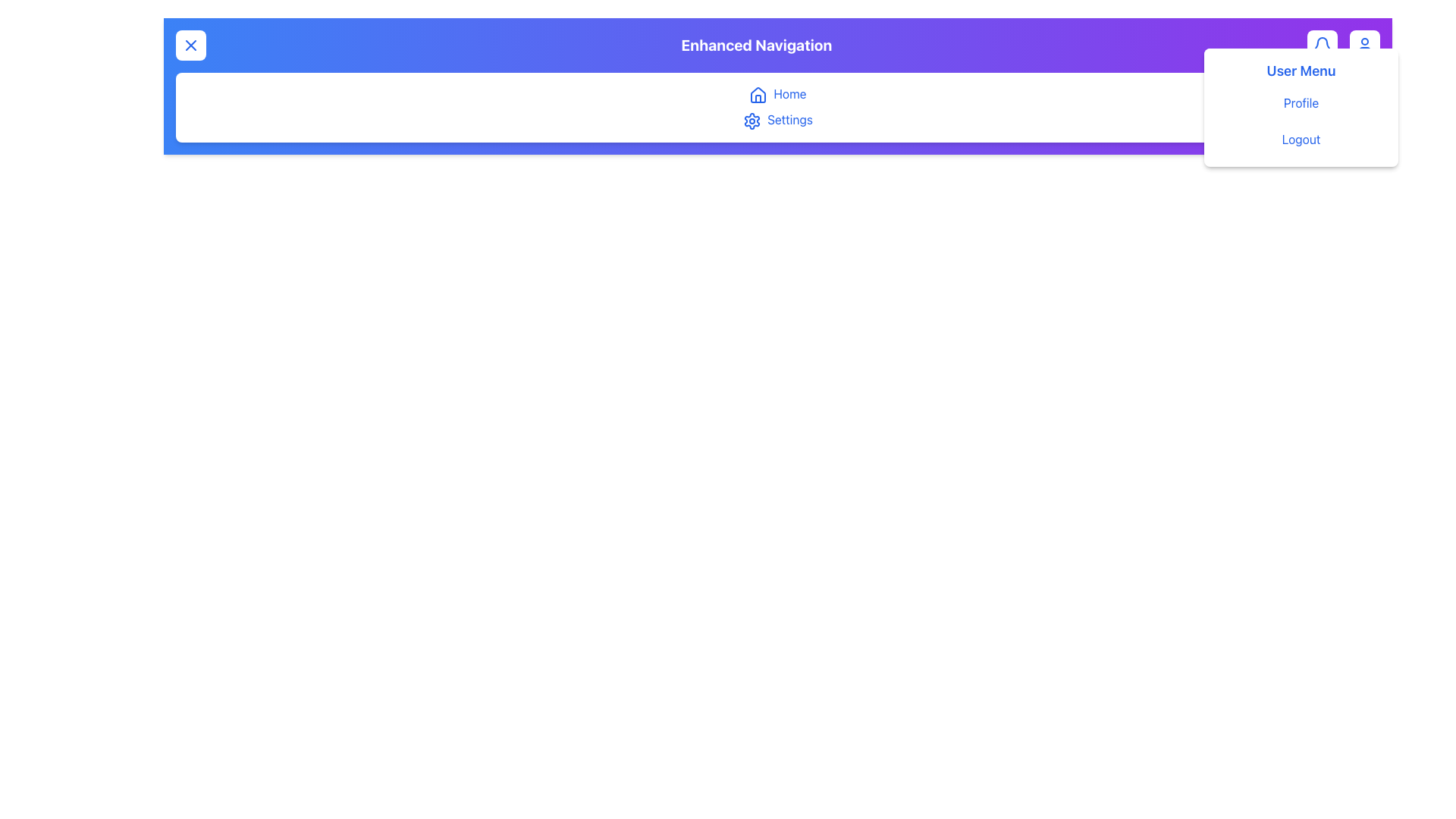 This screenshot has height=819, width=1456. What do you see at coordinates (190, 45) in the screenshot?
I see `the distinct icon button located at the upper-left corner of the blue navigation bar` at bounding box center [190, 45].